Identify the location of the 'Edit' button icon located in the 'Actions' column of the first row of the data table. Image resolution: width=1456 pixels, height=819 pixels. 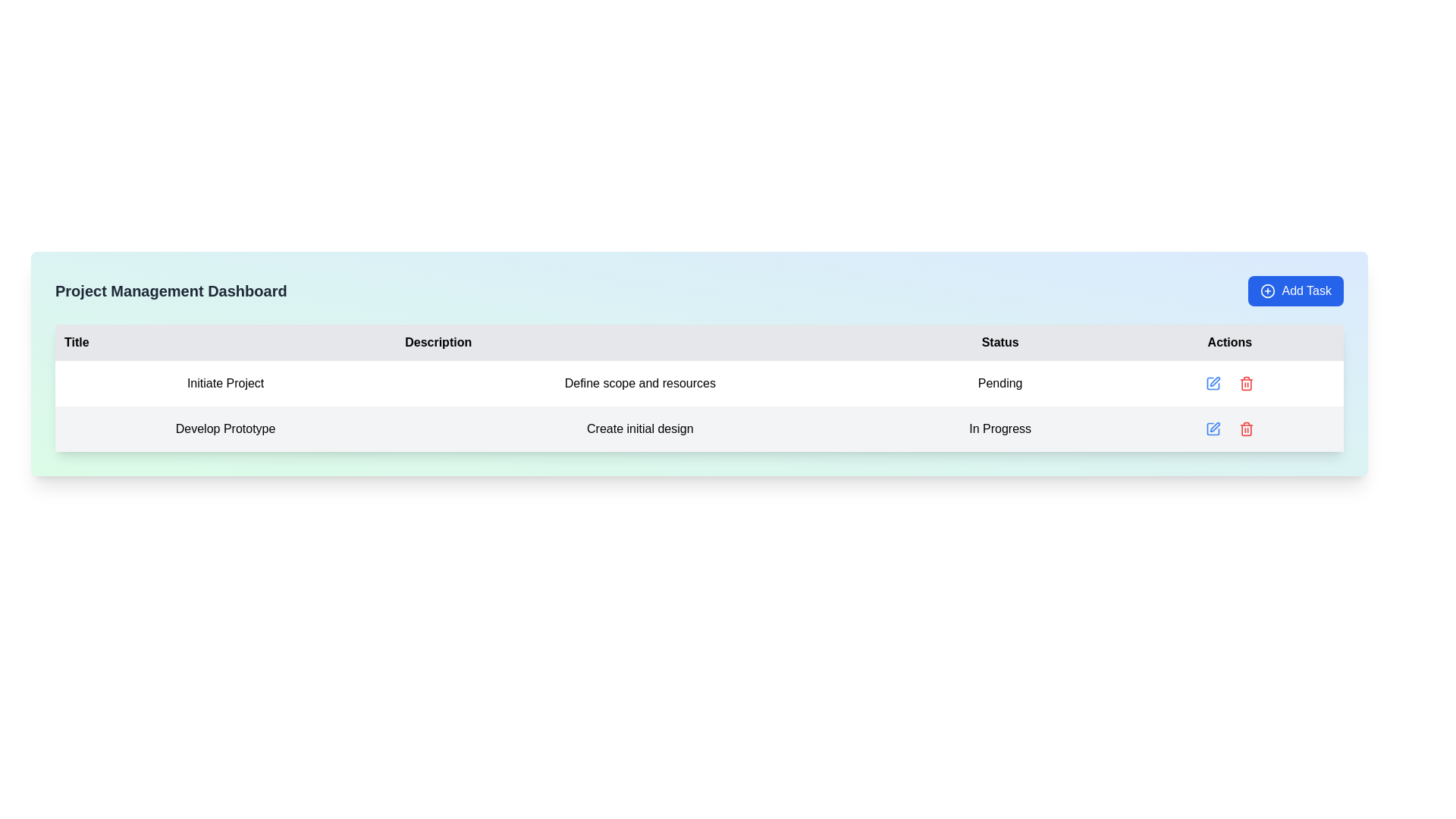
(1215, 381).